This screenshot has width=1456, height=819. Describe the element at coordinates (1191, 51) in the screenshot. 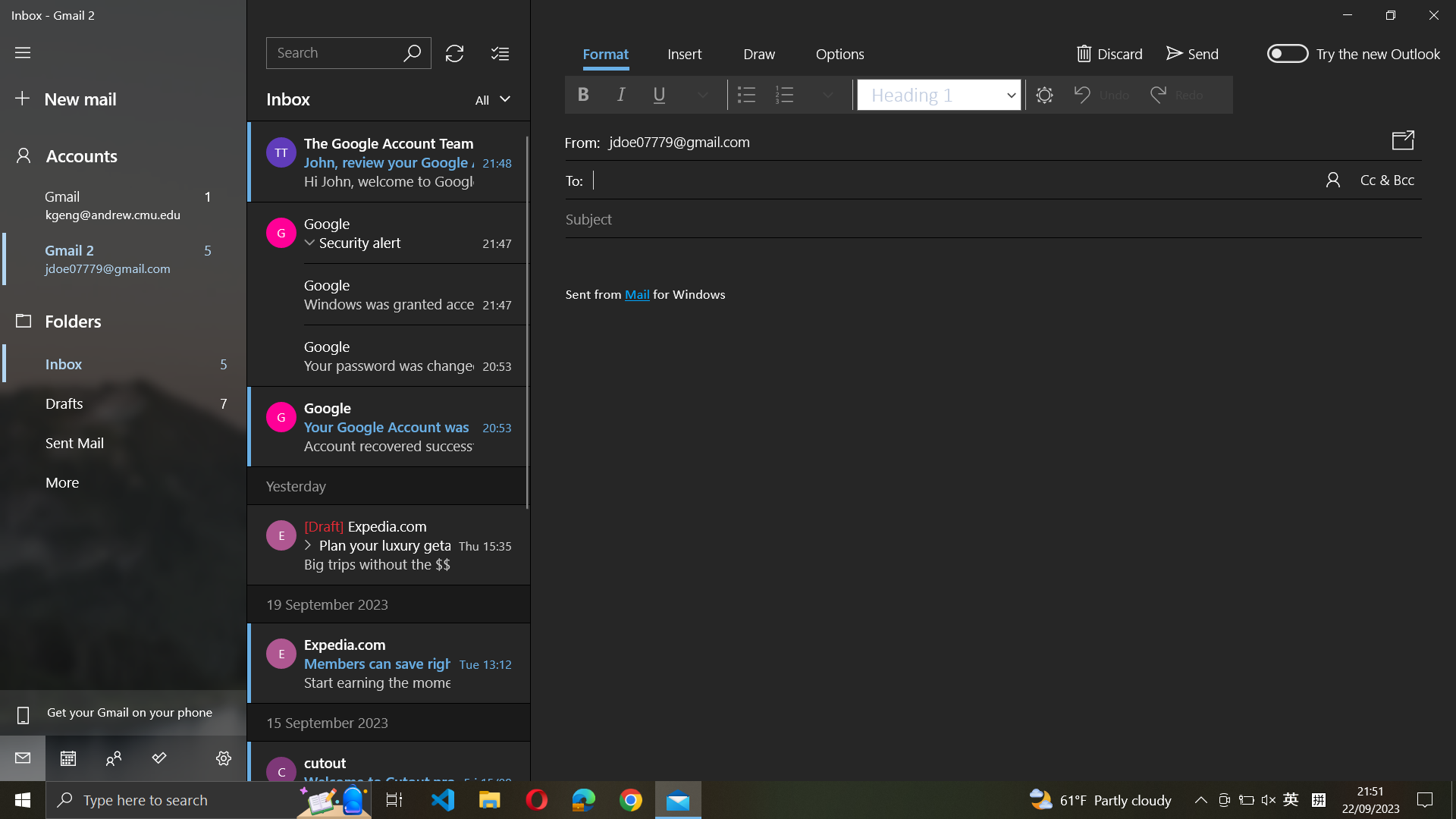

I see `Execute email sending` at that location.